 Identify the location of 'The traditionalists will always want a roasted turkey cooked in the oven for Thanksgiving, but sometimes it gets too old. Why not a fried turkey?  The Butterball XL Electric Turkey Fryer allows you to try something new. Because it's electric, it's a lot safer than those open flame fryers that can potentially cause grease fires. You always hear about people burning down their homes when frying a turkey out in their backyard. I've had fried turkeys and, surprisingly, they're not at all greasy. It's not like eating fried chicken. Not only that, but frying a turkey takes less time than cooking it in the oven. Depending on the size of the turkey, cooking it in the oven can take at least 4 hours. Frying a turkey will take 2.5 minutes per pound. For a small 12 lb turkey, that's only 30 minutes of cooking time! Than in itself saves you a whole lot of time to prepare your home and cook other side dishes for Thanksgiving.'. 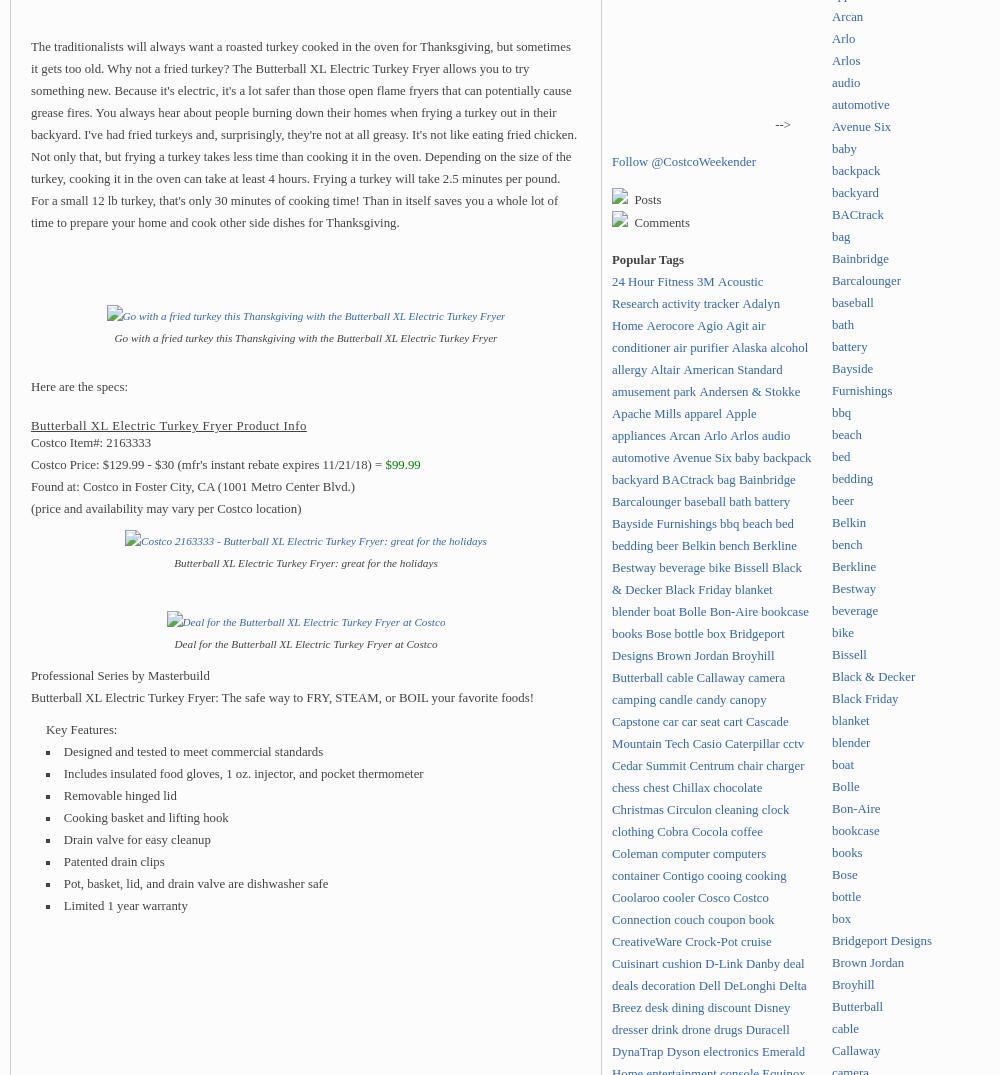
(304, 133).